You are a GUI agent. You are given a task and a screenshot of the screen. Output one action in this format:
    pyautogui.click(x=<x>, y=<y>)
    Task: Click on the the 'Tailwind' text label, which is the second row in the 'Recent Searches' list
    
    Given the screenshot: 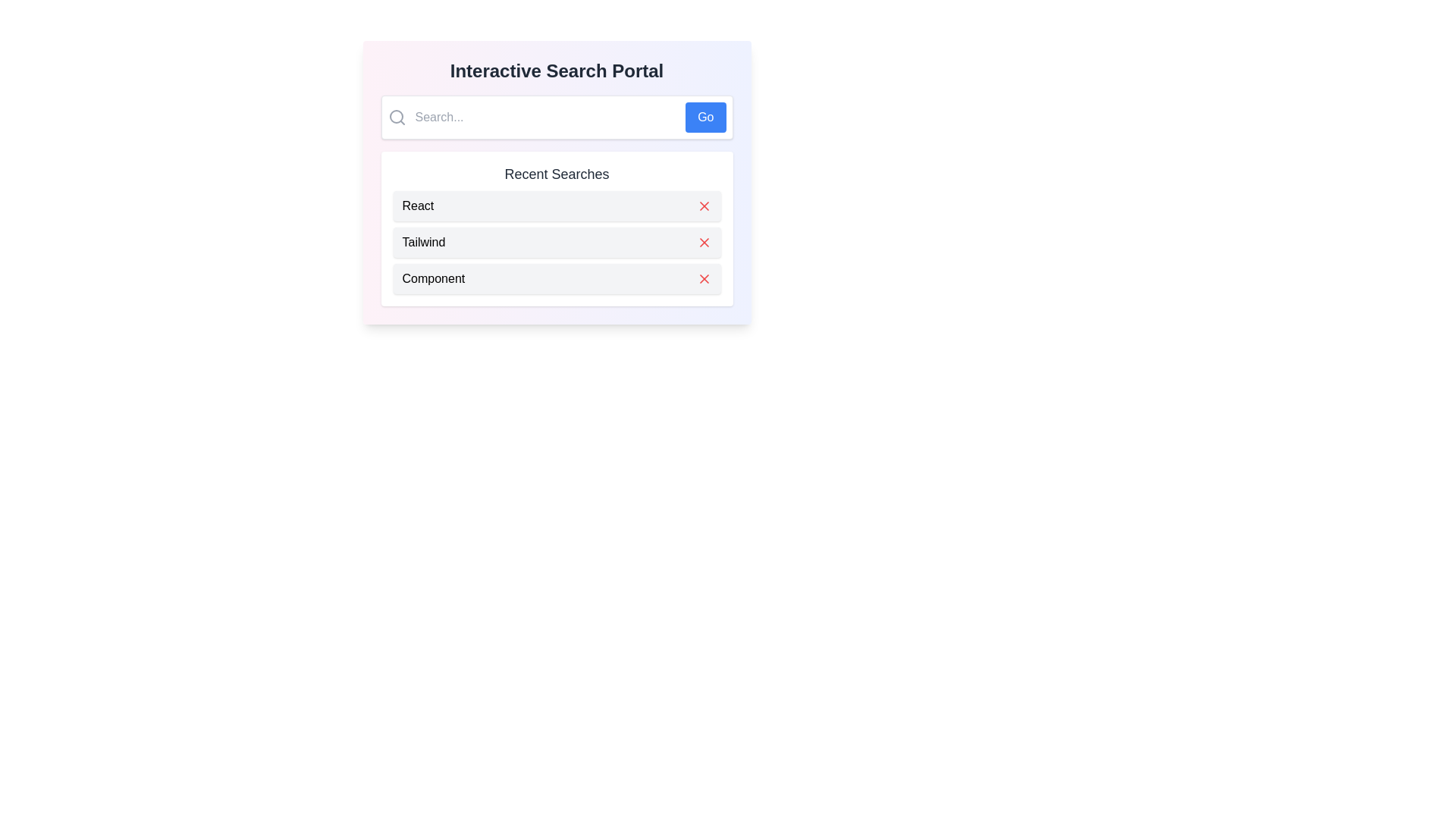 What is the action you would take?
    pyautogui.click(x=423, y=242)
    